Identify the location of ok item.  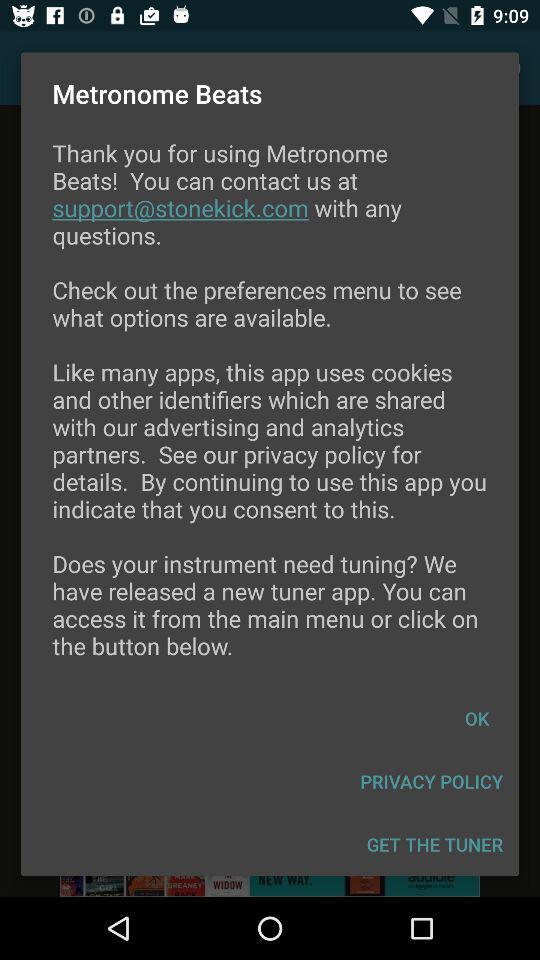
(475, 718).